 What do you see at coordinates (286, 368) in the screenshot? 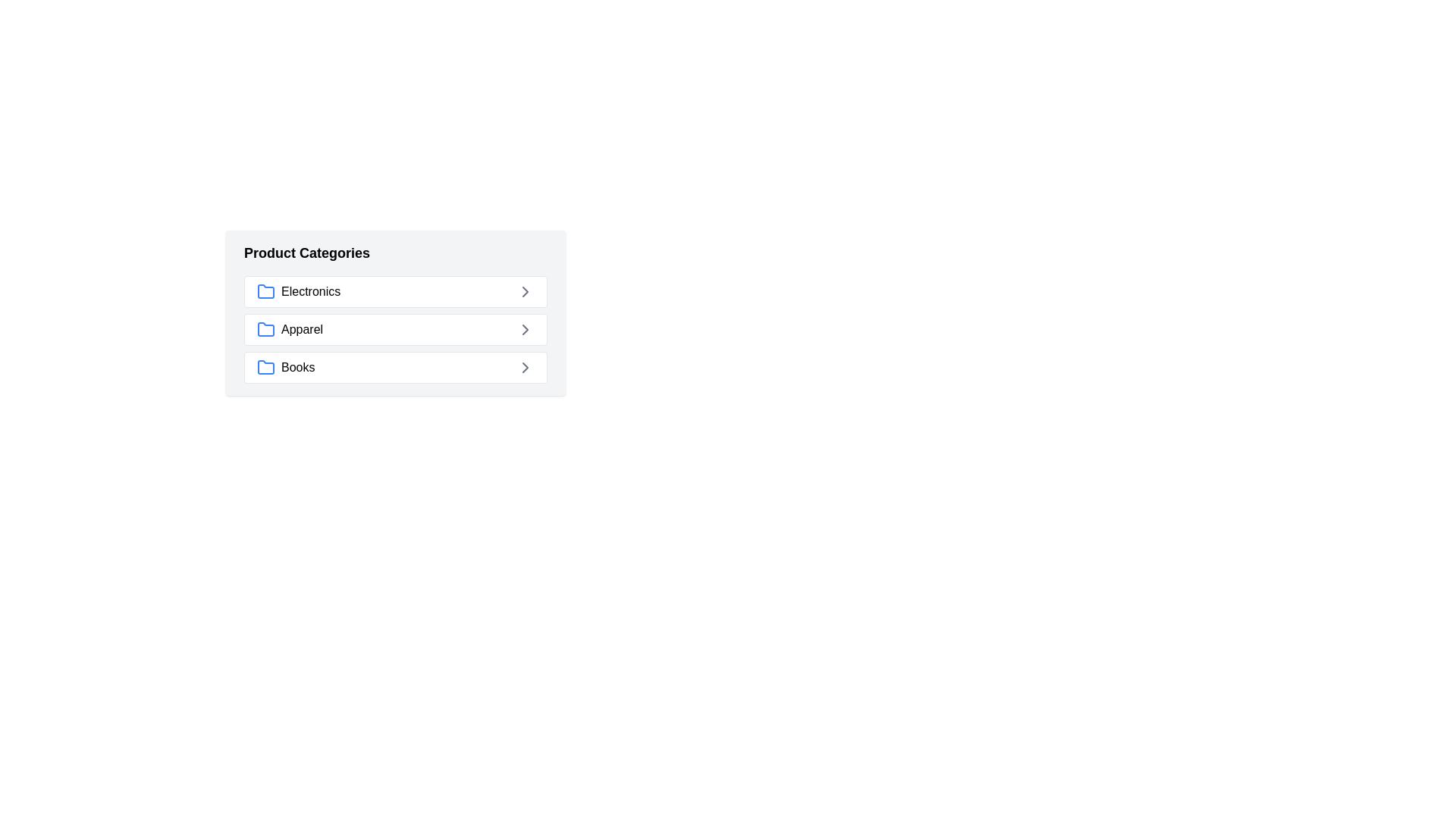
I see `the 'Books' category option in the selectable list` at bounding box center [286, 368].